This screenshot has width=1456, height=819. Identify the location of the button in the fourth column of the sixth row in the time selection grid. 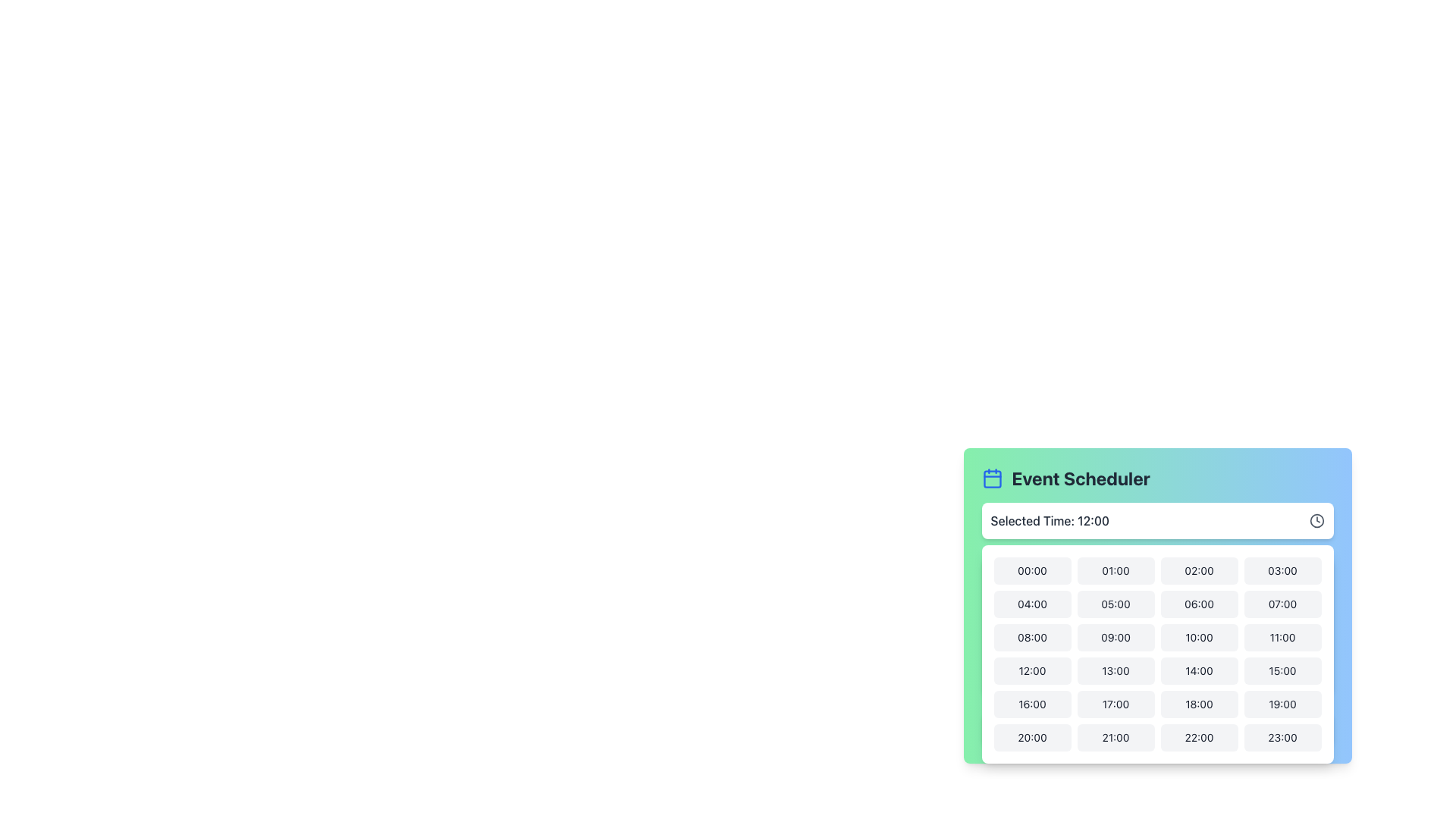
(1282, 704).